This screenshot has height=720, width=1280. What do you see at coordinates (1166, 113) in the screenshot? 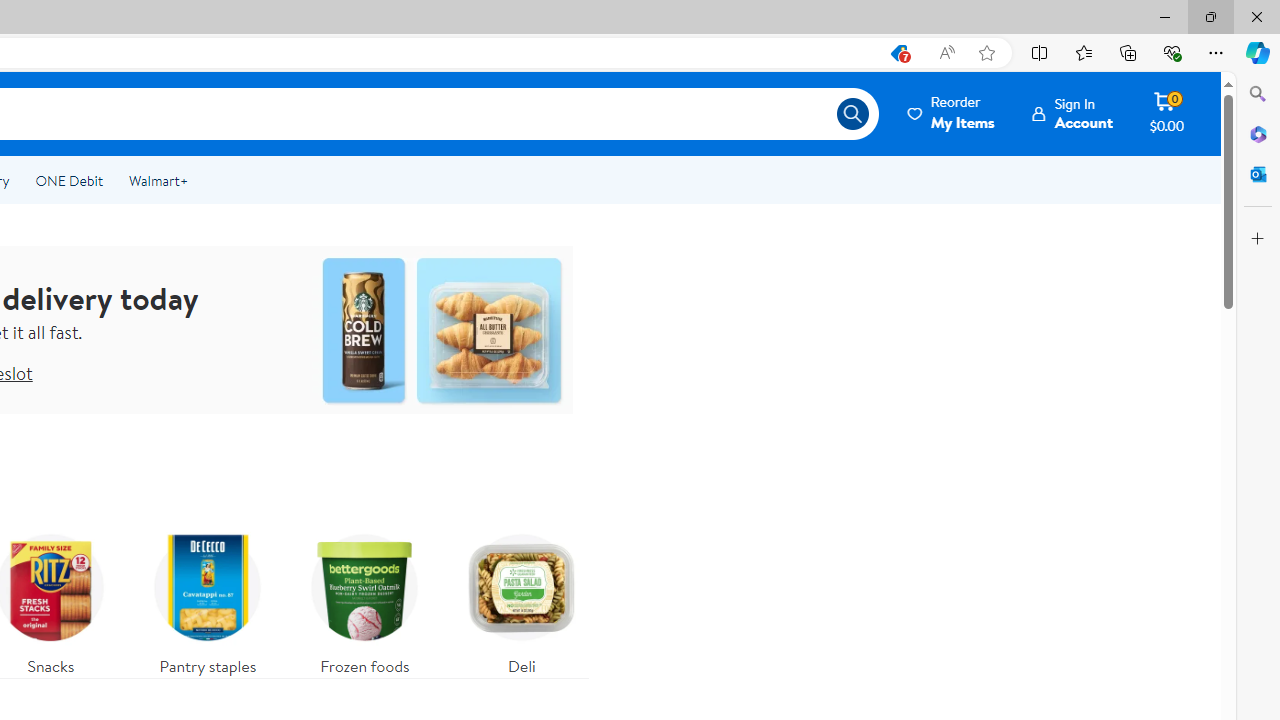
I see `'Cart contains 0 items Total Amount $0.00'` at bounding box center [1166, 113].